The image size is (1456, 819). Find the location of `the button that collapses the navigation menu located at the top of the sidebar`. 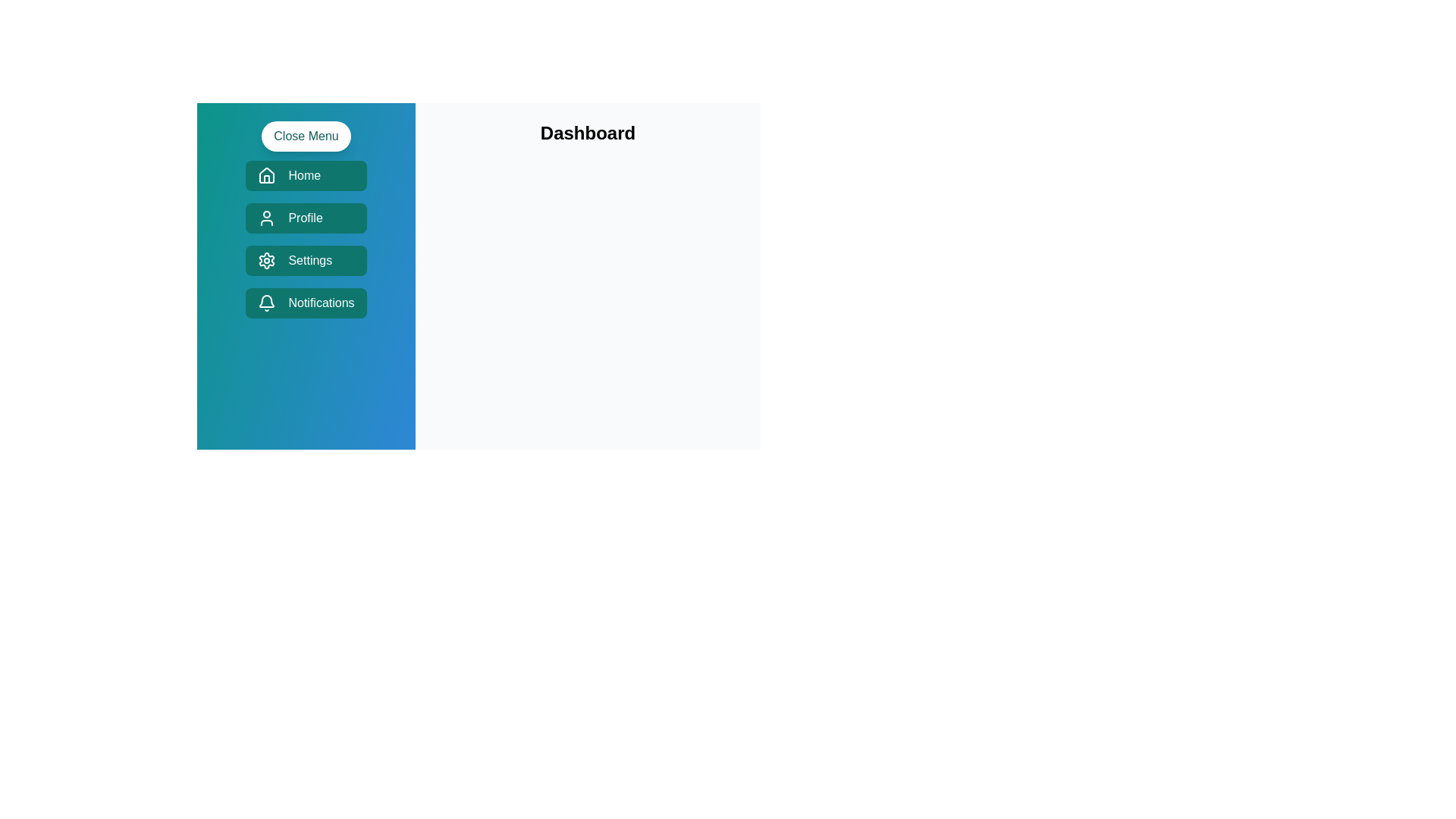

the button that collapses the navigation menu located at the top of the sidebar is located at coordinates (305, 136).